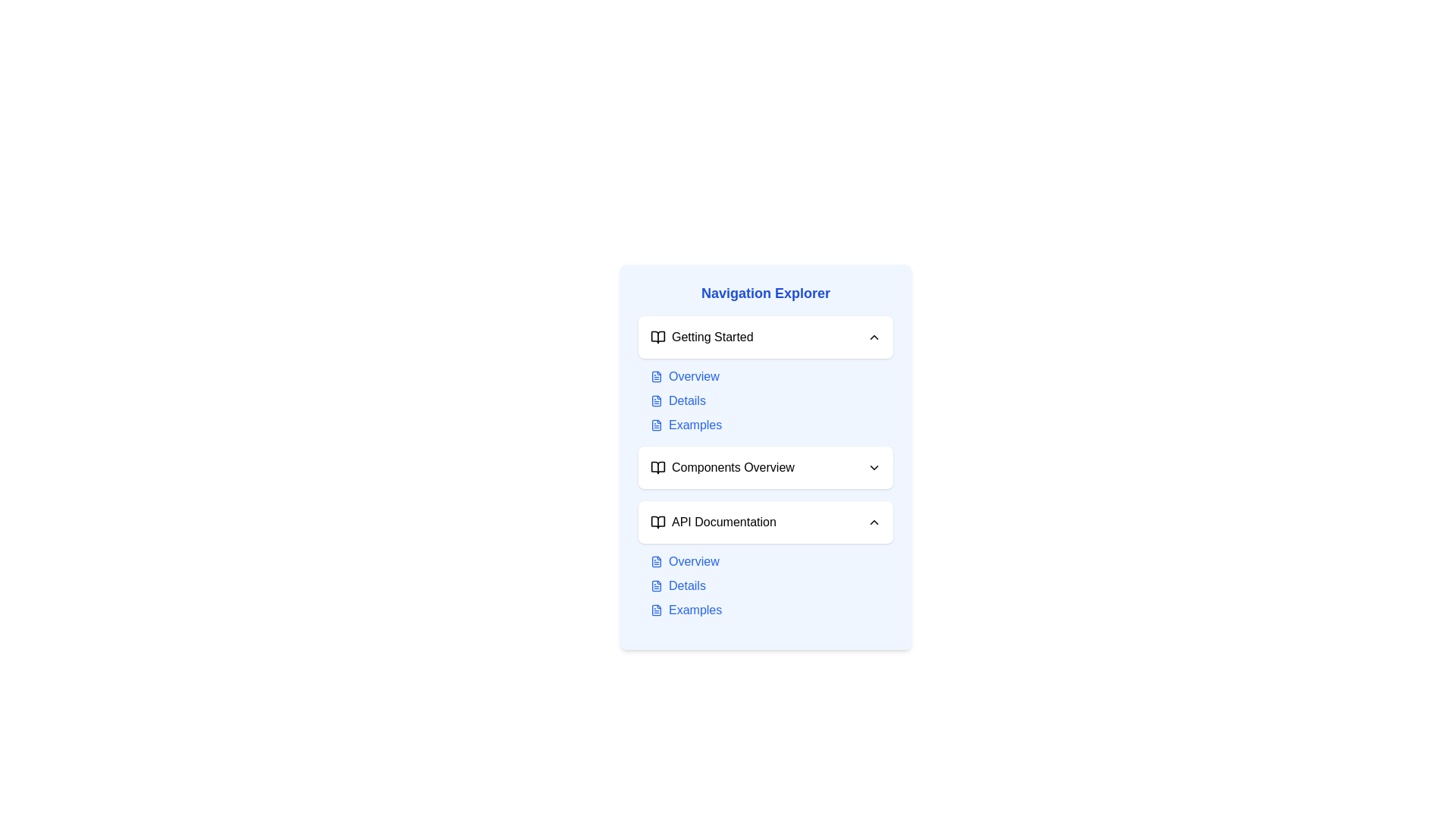 The width and height of the screenshot is (1456, 819). Describe the element at coordinates (656, 376) in the screenshot. I see `the document icon located in the central region of the interface, which is part of a vertically structured group of SVG elements` at that location.